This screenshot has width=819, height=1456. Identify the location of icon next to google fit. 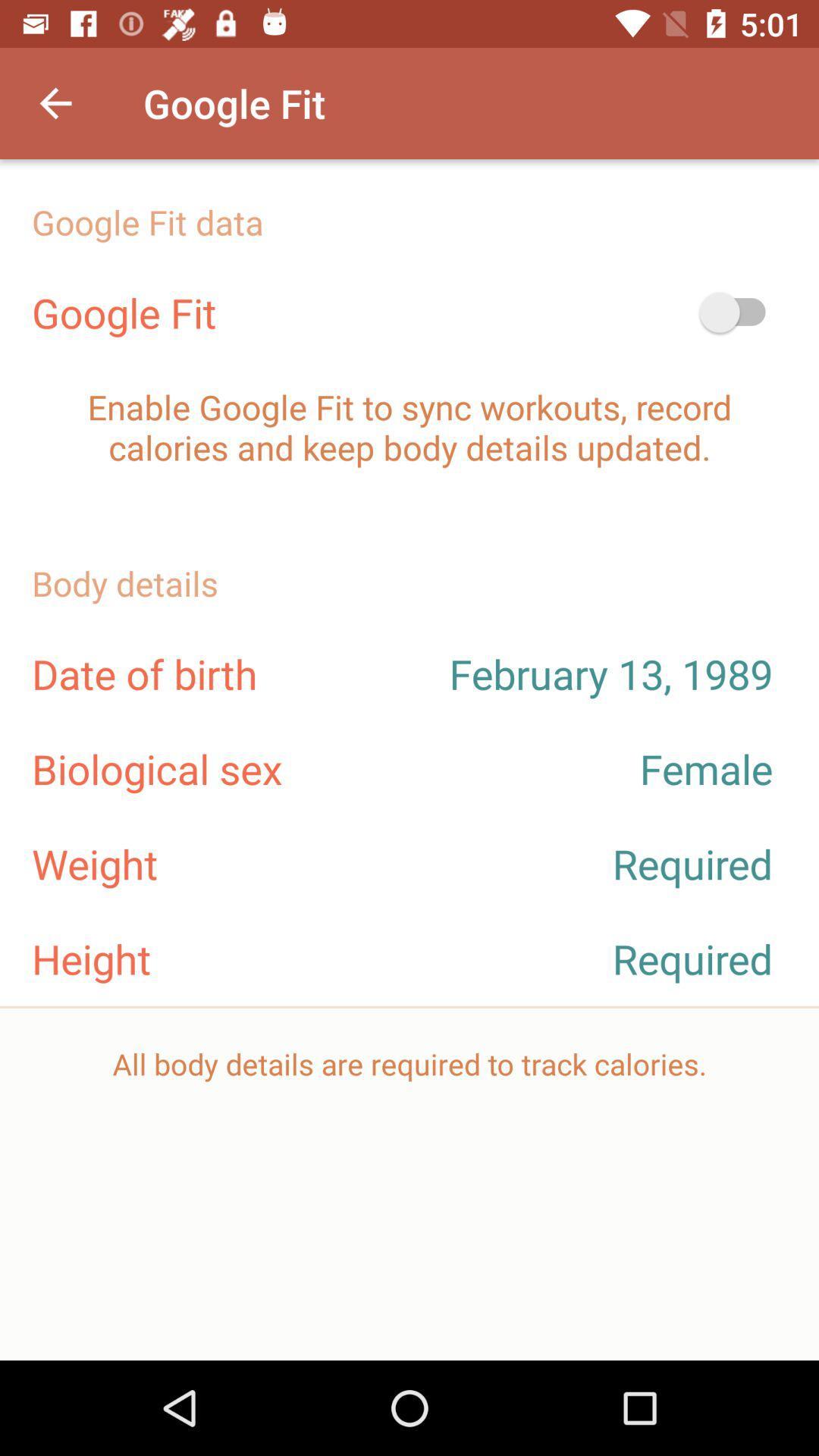
(739, 312).